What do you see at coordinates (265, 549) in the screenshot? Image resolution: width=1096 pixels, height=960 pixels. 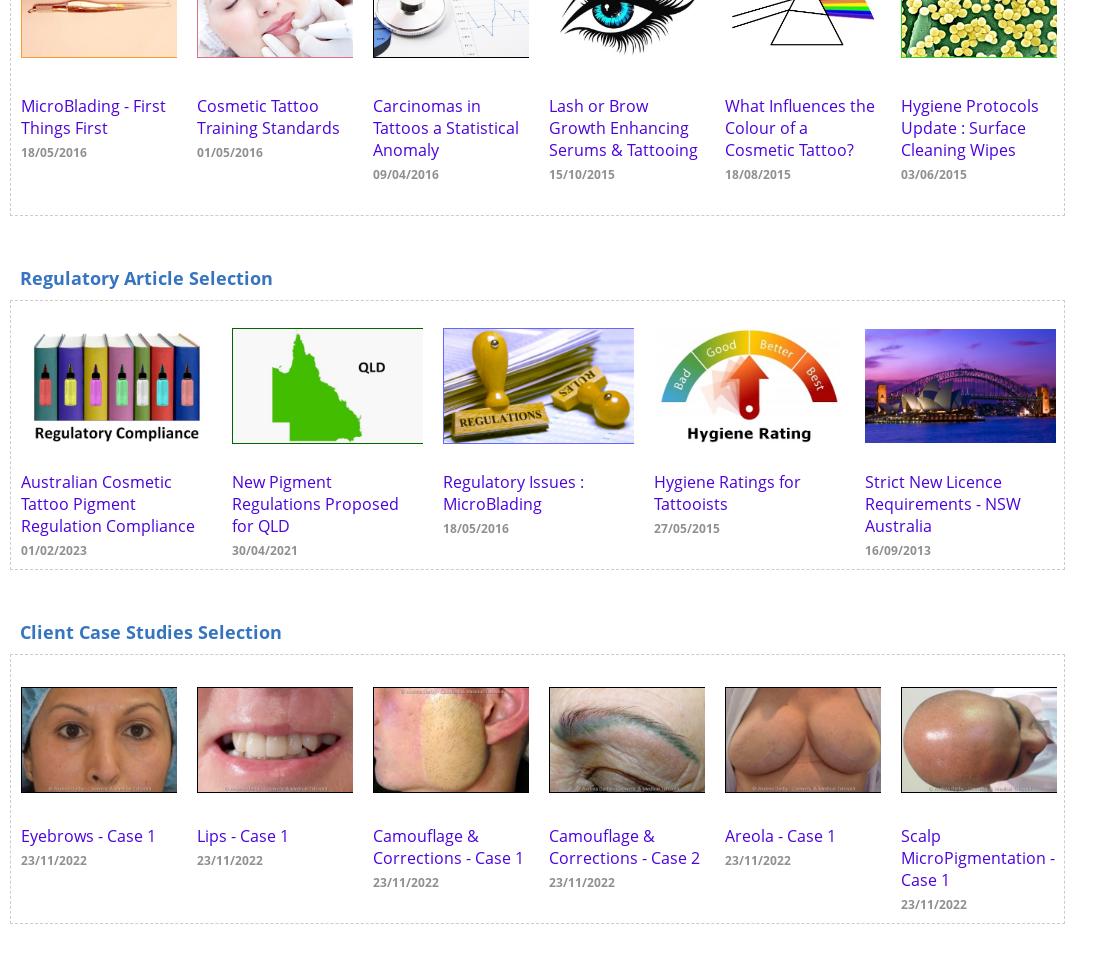 I see `'30/04/2021'` at bounding box center [265, 549].